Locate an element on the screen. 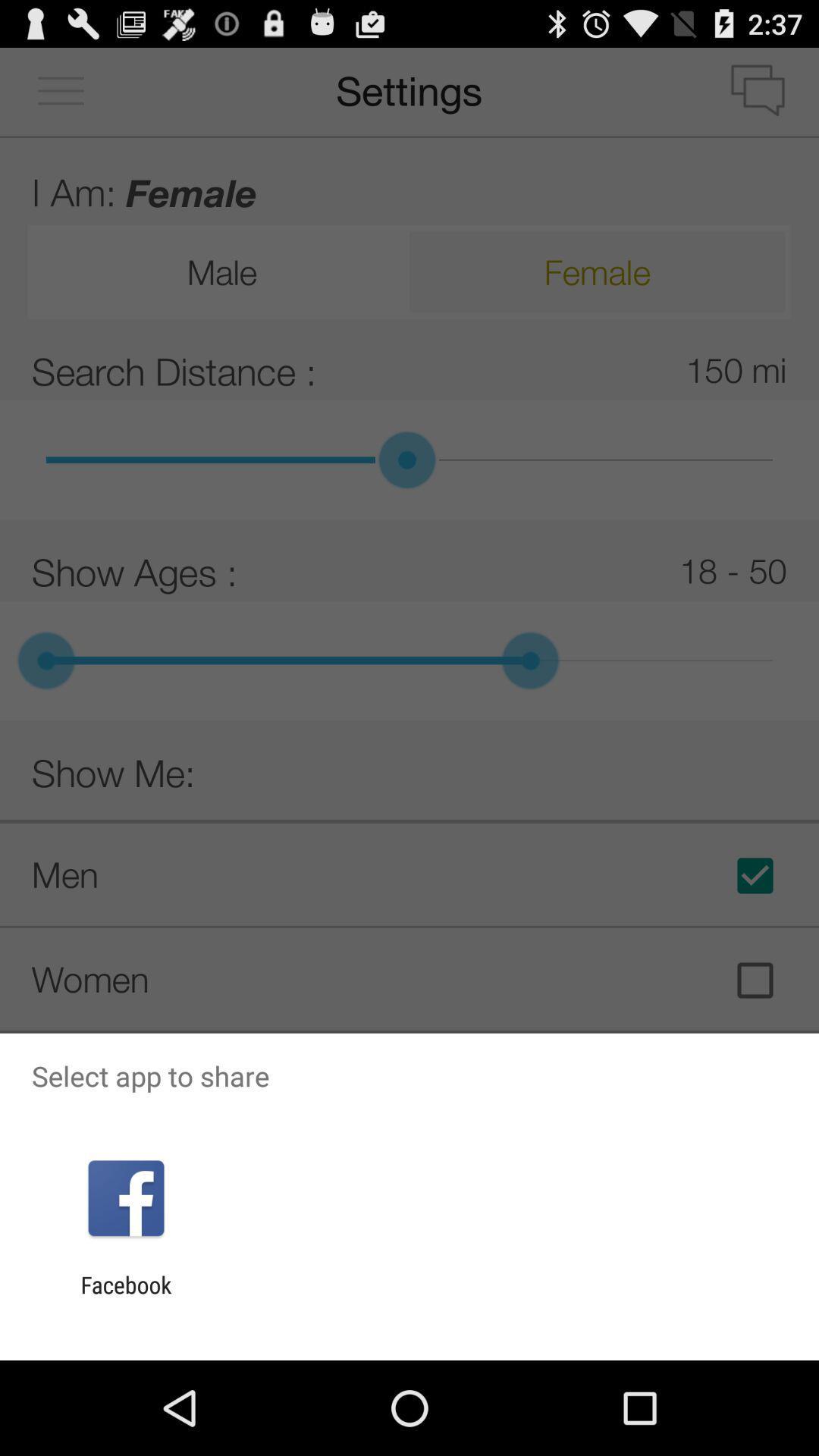  icon above facebook item is located at coordinates (125, 1197).